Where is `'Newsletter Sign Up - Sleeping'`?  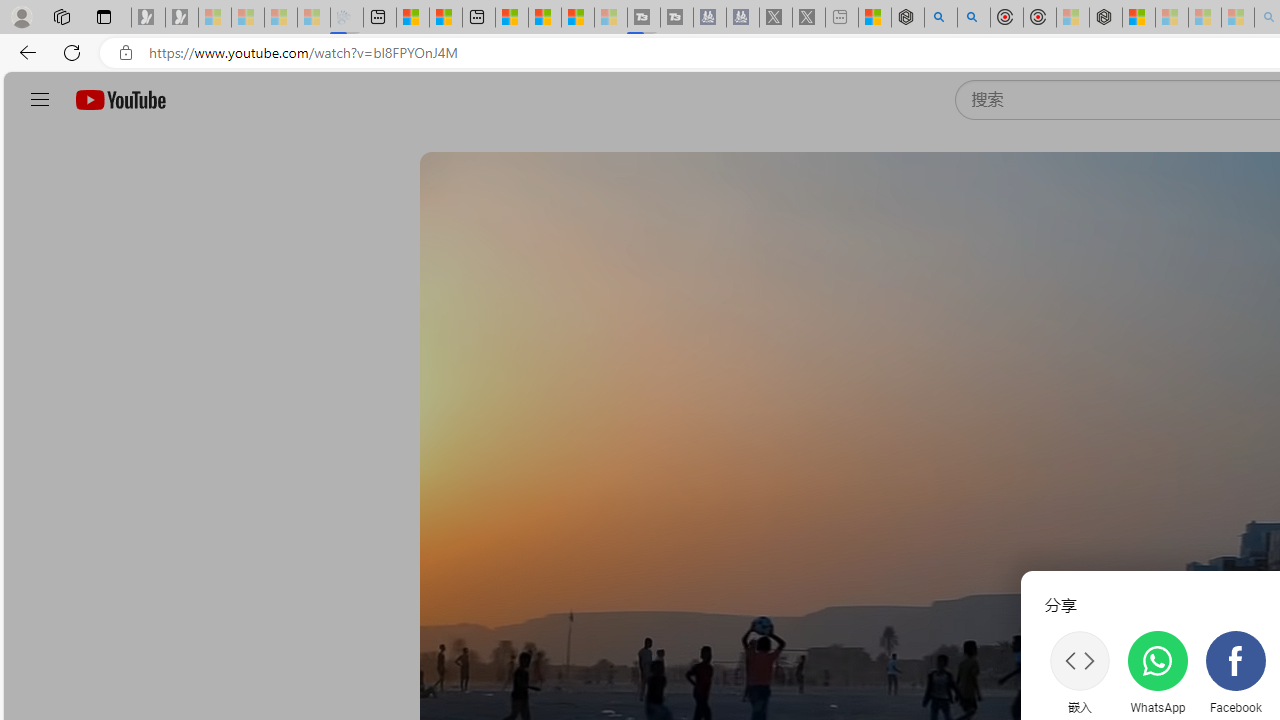
'Newsletter Sign Up - Sleeping' is located at coordinates (182, 17).